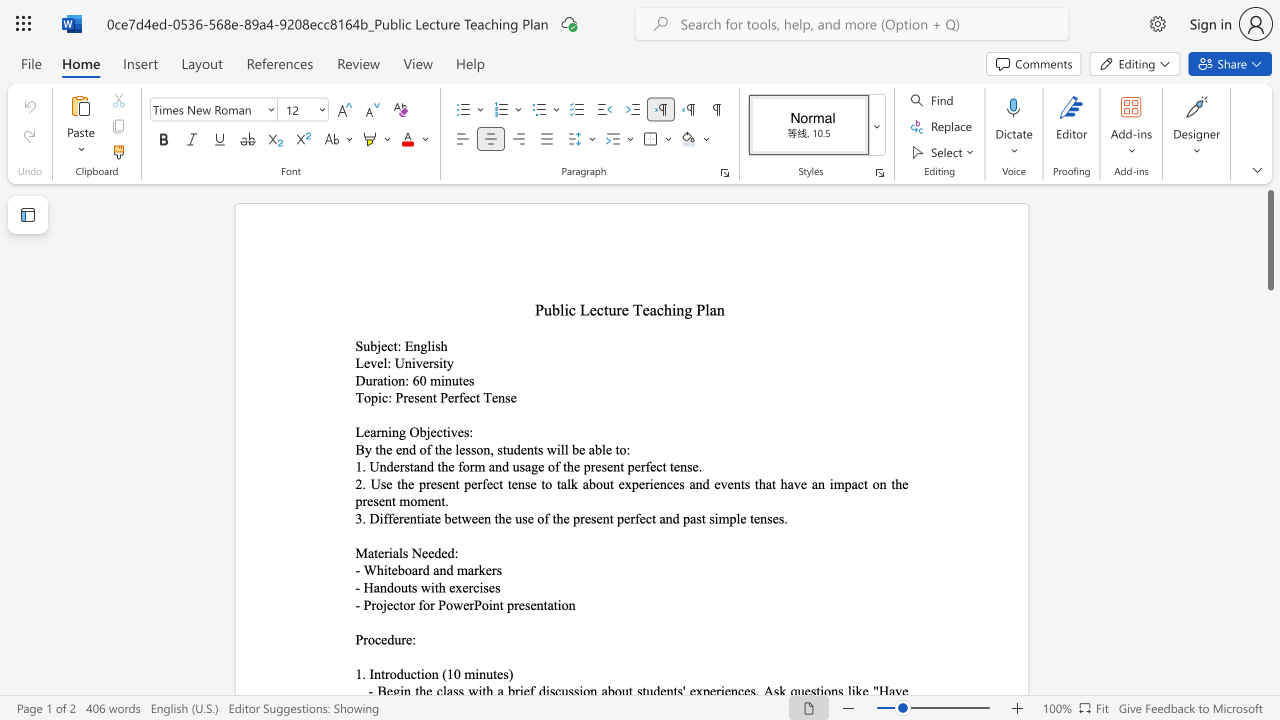  What do you see at coordinates (399, 466) in the screenshot?
I see `the subset text "rstand the form and usage o" within the text "1. Understand the form and usage of the present perfect tense."` at bounding box center [399, 466].